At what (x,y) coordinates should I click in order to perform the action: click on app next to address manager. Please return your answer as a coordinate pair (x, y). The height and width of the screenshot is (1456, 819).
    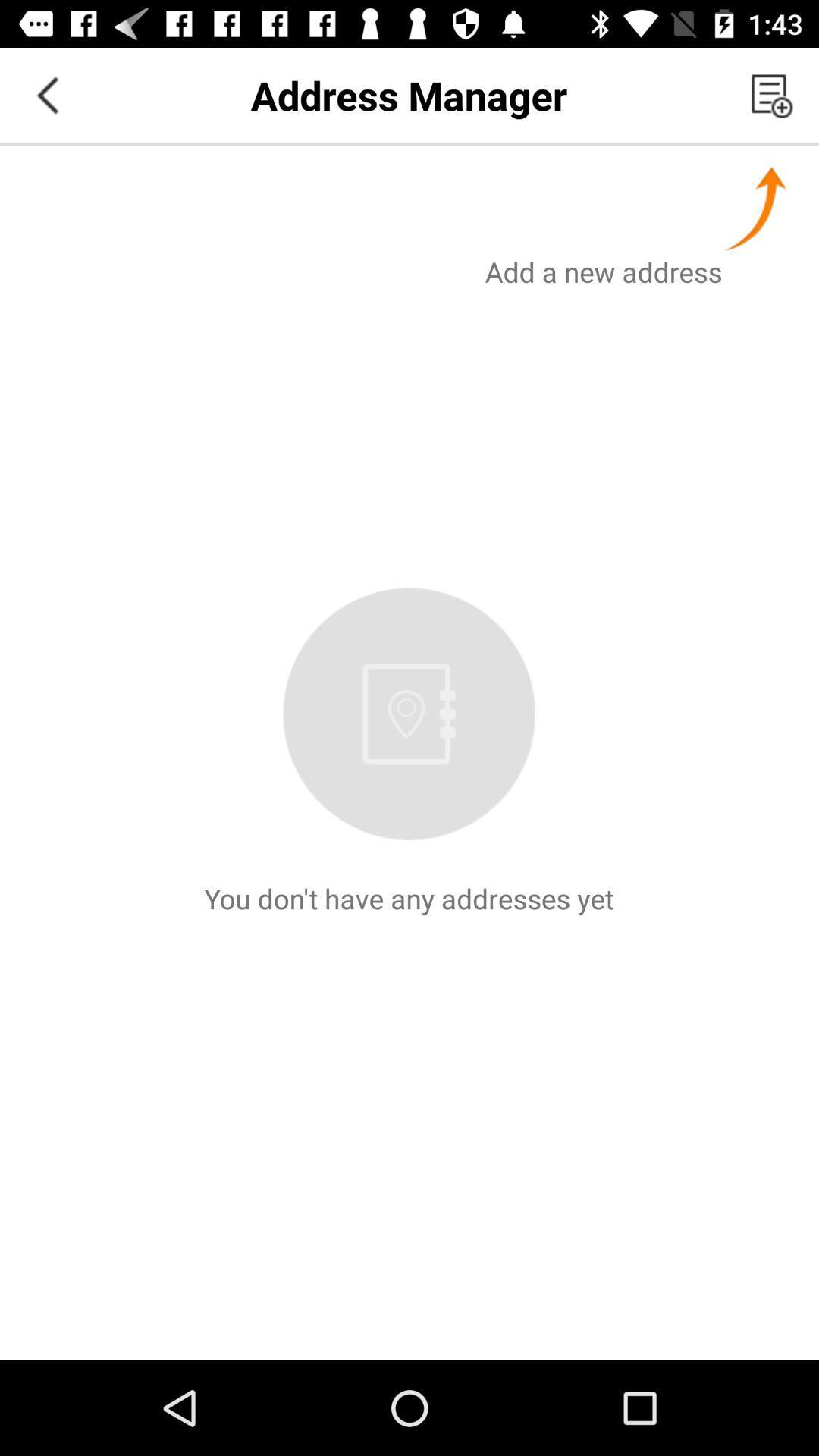
    Looking at the image, I should click on (46, 94).